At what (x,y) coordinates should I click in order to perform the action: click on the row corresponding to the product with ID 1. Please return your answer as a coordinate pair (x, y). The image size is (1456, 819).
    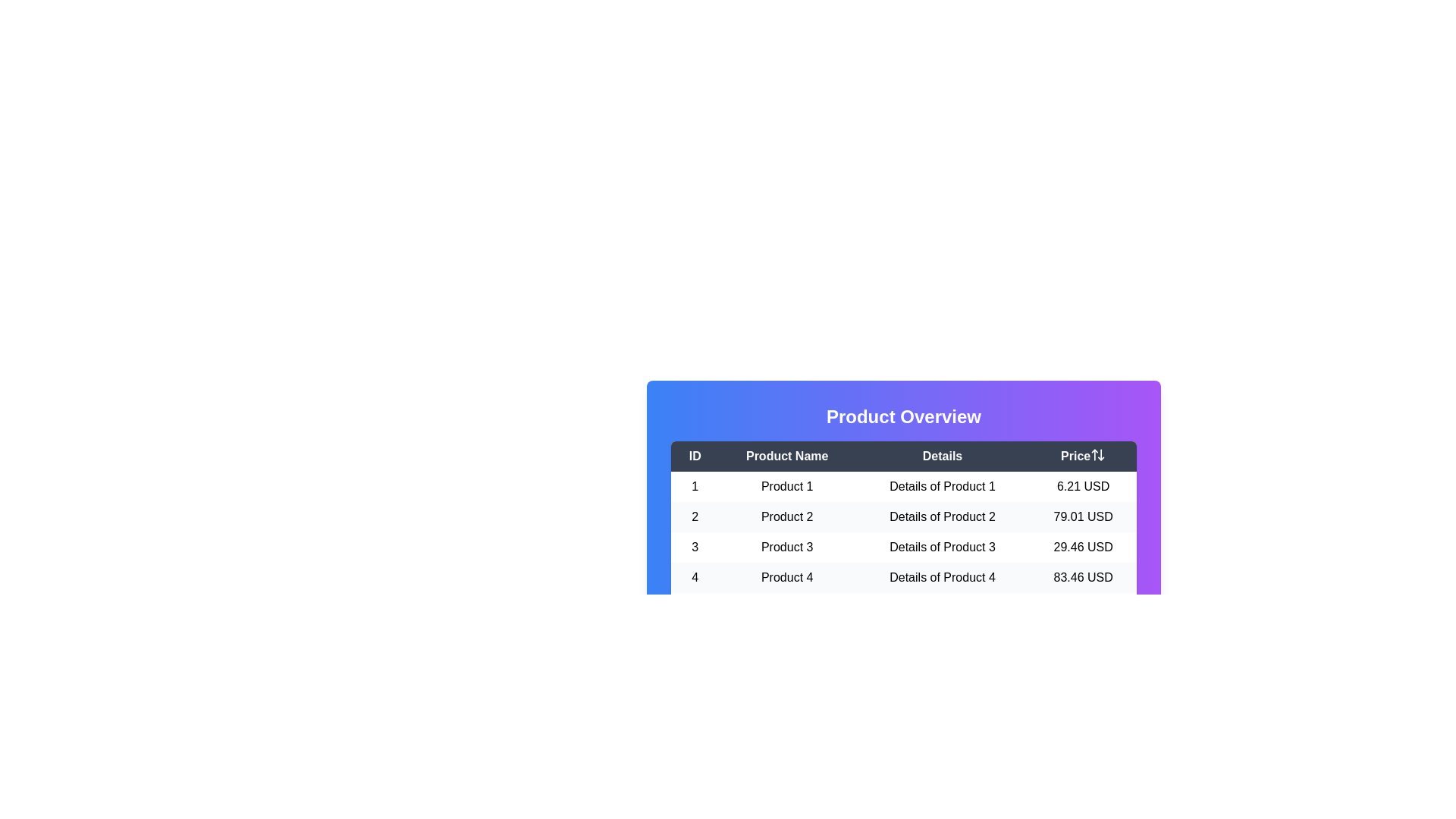
    Looking at the image, I should click on (903, 486).